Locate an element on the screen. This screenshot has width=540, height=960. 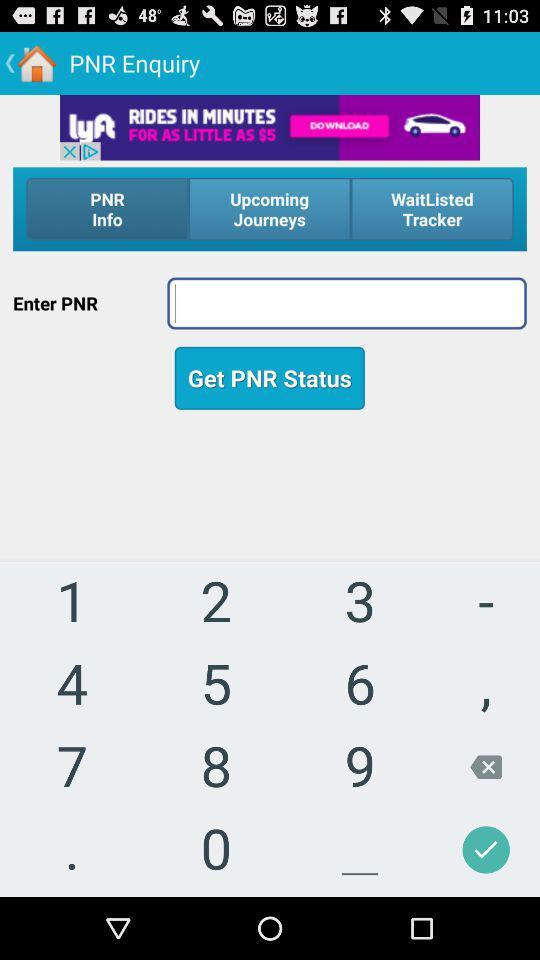
advertisement image is located at coordinates (270, 126).